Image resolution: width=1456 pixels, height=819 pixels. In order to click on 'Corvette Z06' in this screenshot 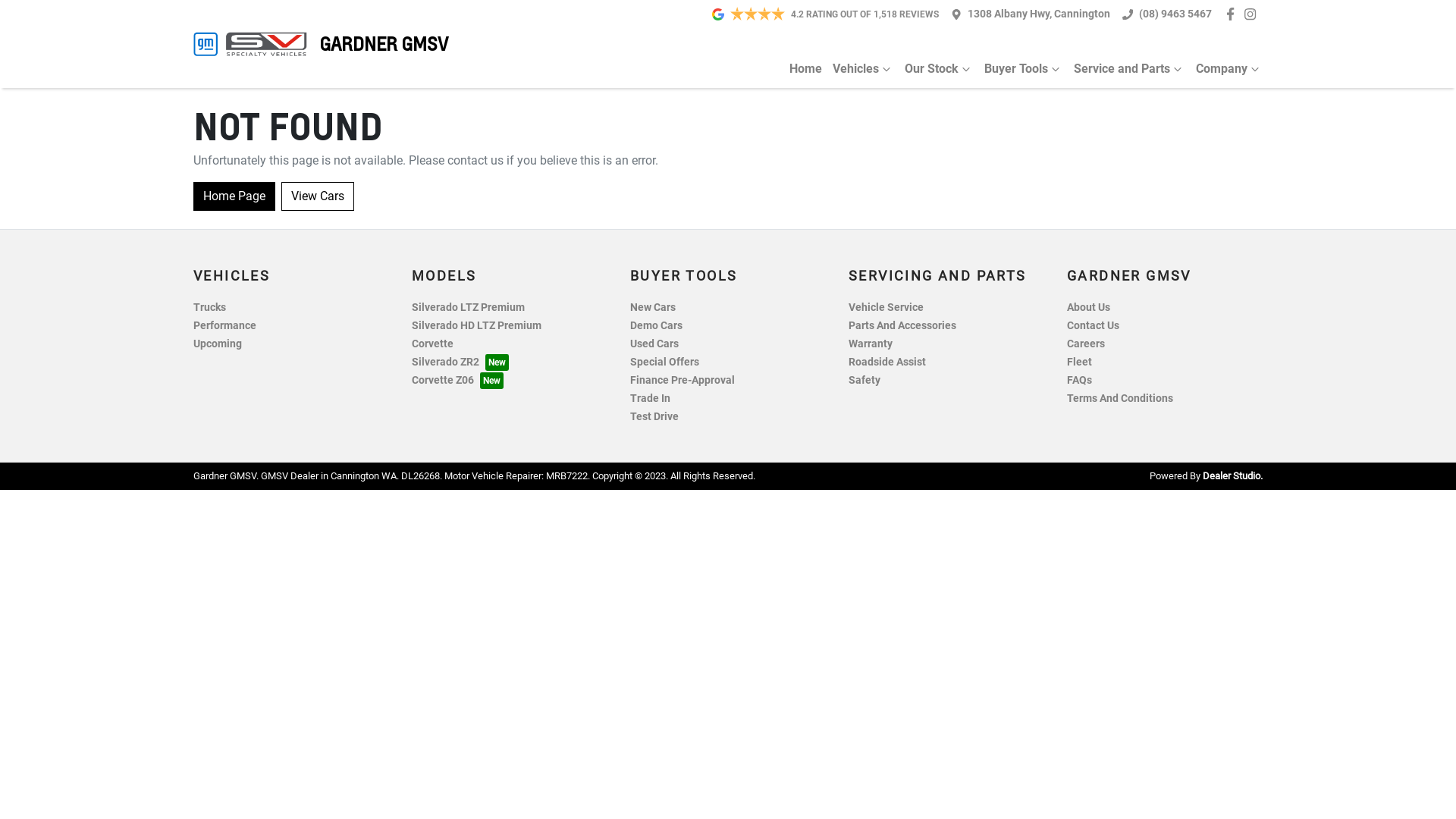, I will do `click(457, 379)`.